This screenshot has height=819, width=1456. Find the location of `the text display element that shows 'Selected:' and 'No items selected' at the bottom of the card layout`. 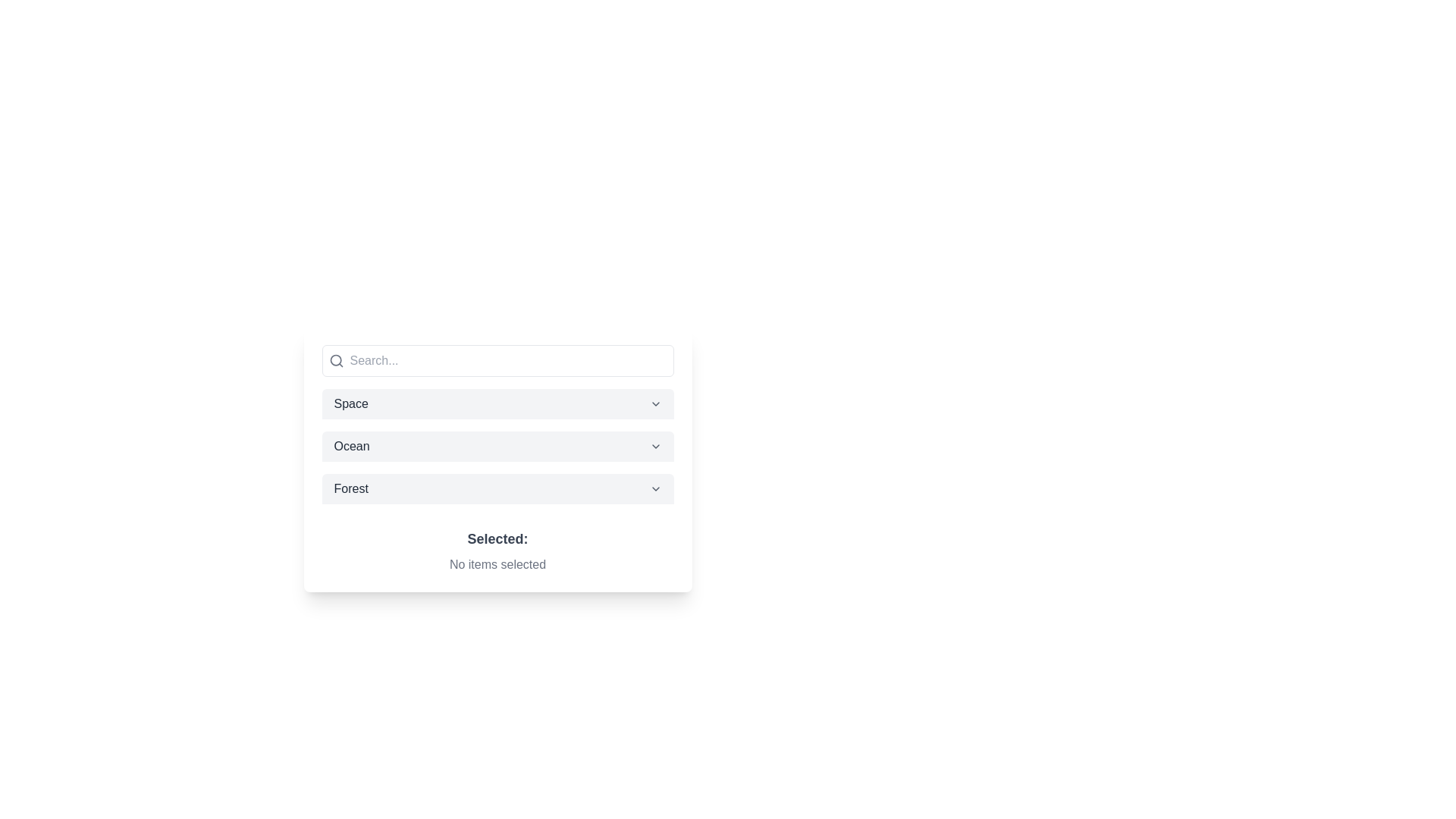

the text display element that shows 'Selected:' and 'No items selected' at the bottom of the card layout is located at coordinates (497, 544).